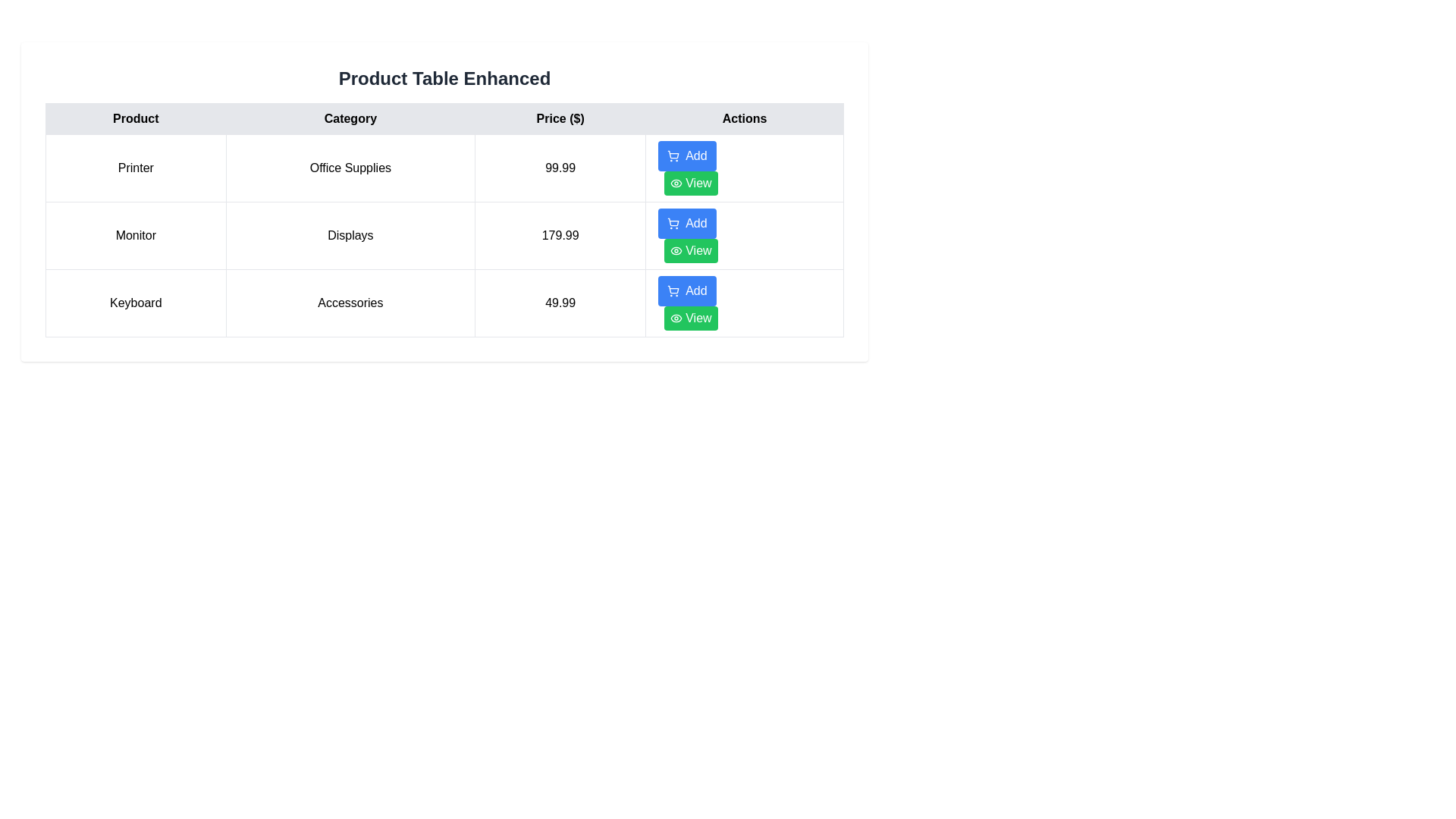 Image resolution: width=1456 pixels, height=819 pixels. Describe the element at coordinates (136, 303) in the screenshot. I see `the Text Label identifying the product category in the table, located in the third row and first column, directly under 'Monitor'` at that location.